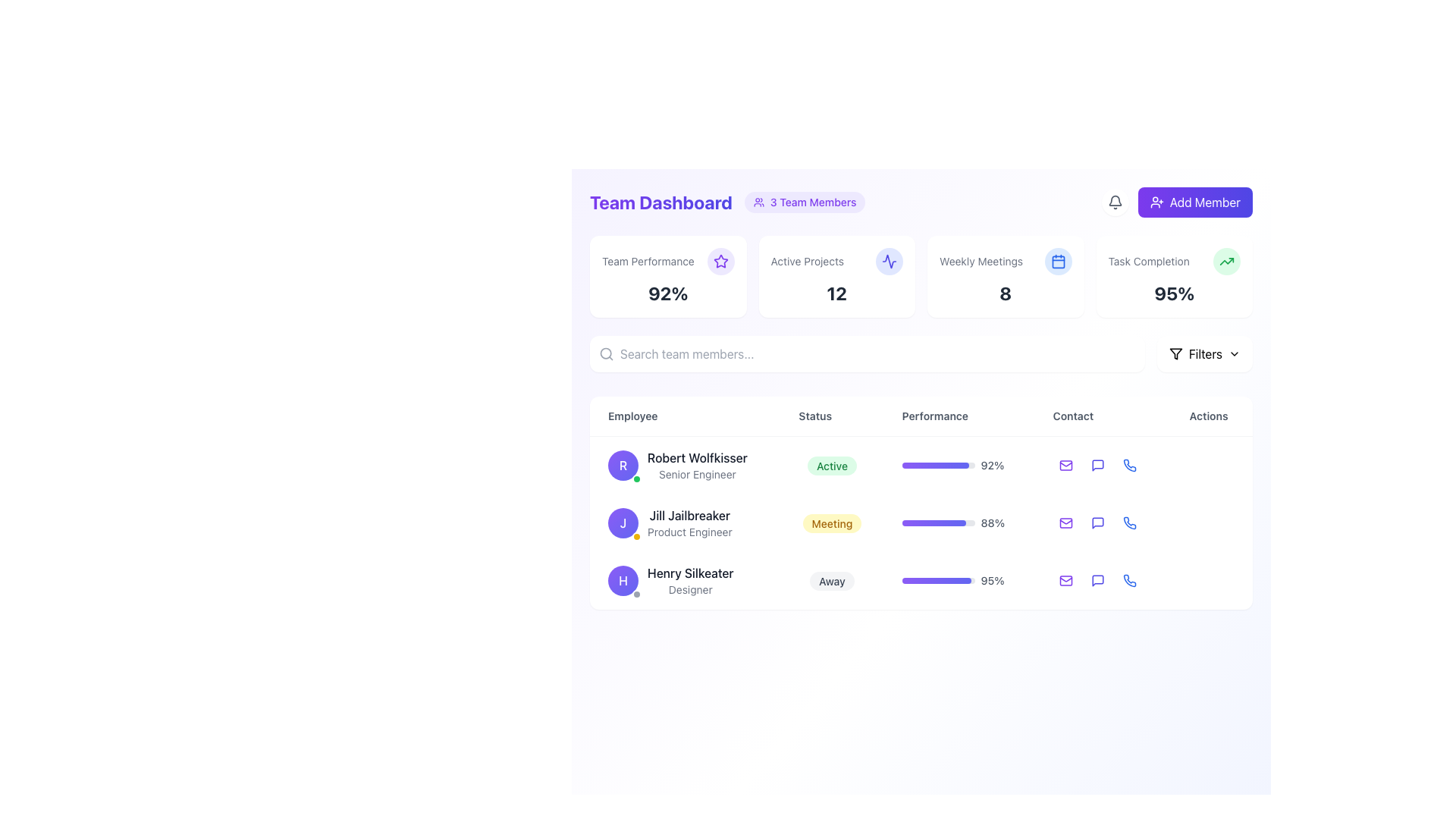 The height and width of the screenshot is (819, 1456). Describe the element at coordinates (1065, 579) in the screenshot. I see `the vector graphic element that visually complements the envelope icon in the 'Contact' column of the interactive table` at that location.